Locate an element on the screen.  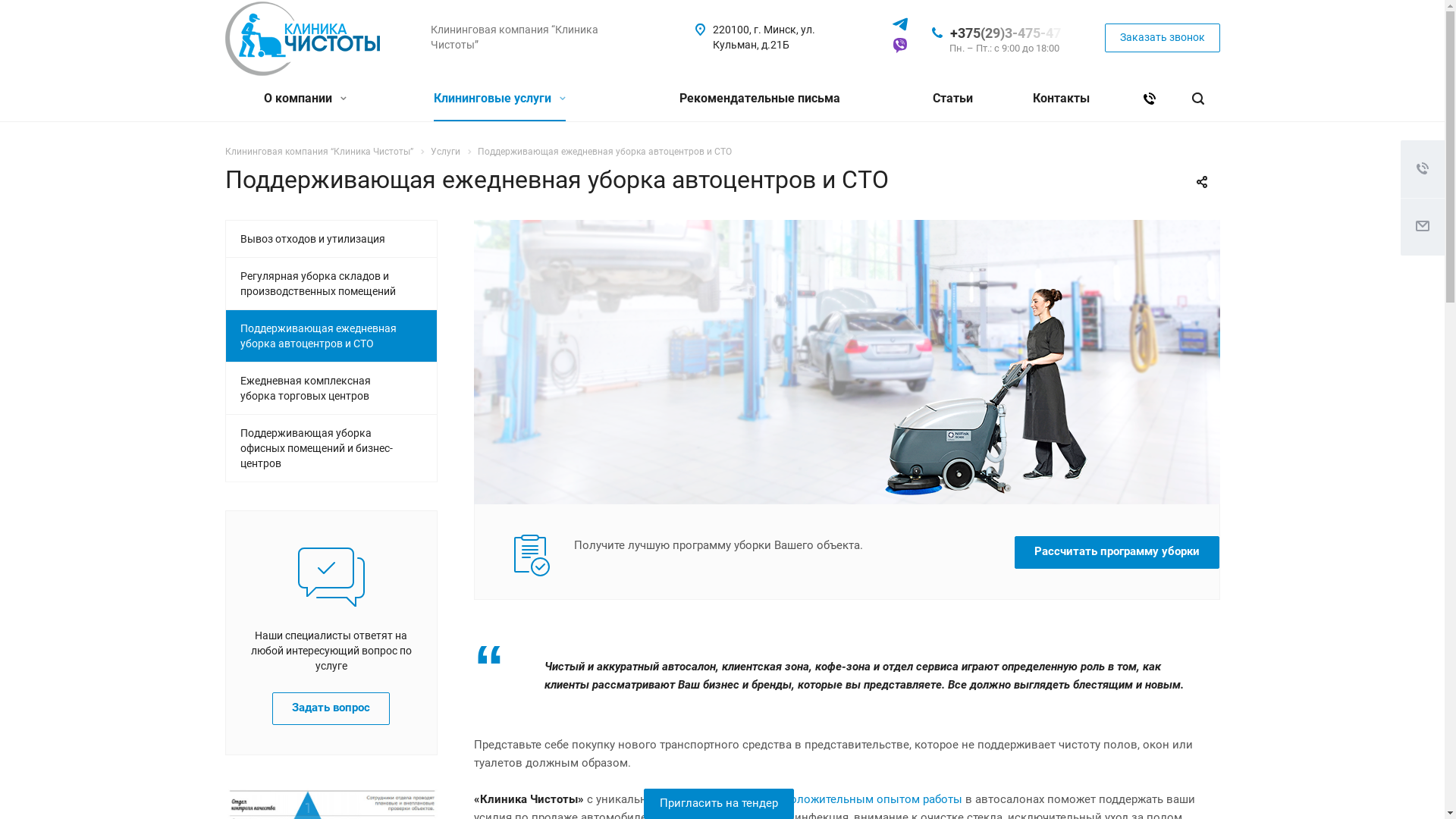
'+375(29)3-475-47' is located at coordinates (1008, 32).